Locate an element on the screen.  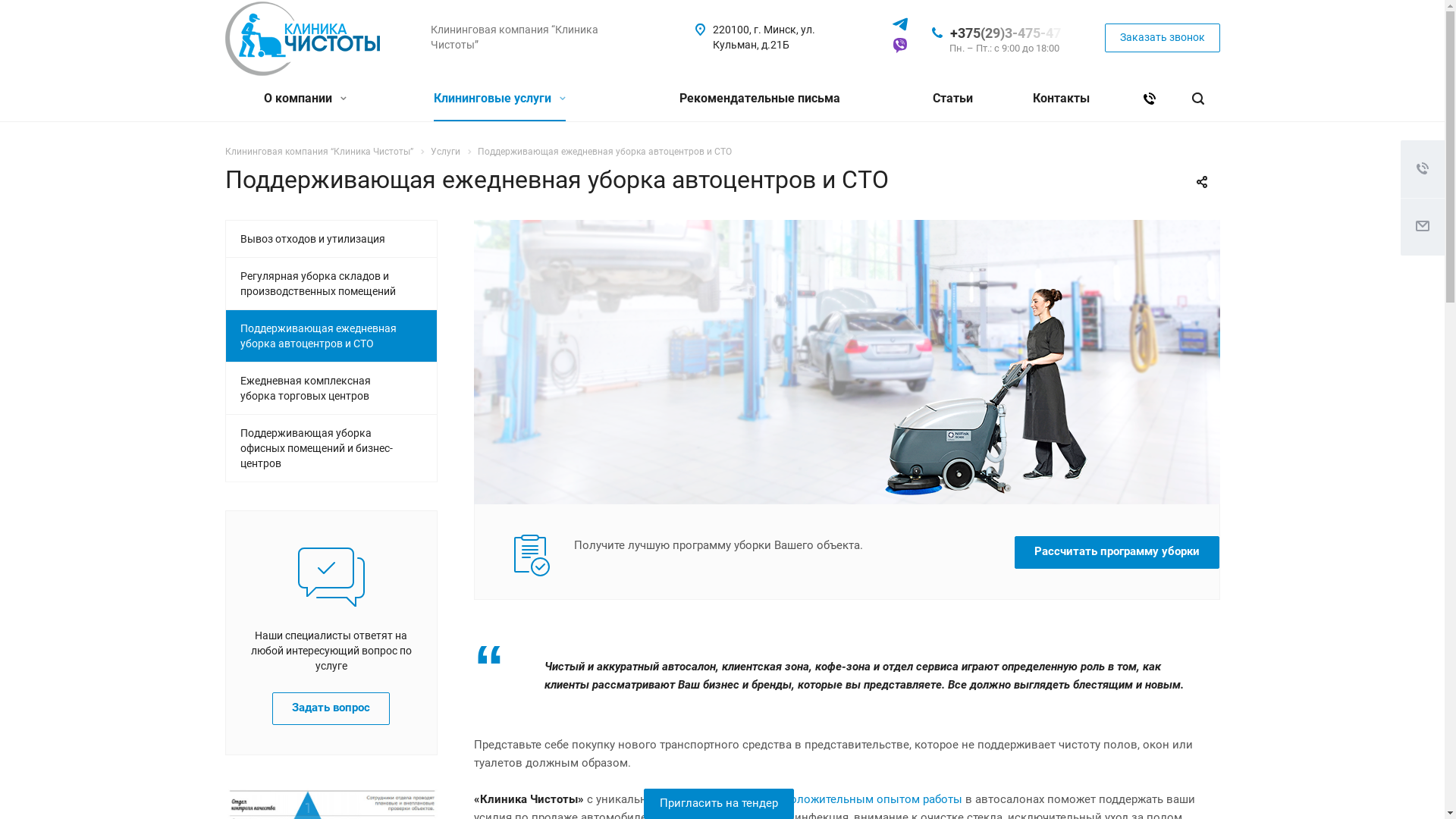
'+375(29)3-475-47' is located at coordinates (1008, 32).